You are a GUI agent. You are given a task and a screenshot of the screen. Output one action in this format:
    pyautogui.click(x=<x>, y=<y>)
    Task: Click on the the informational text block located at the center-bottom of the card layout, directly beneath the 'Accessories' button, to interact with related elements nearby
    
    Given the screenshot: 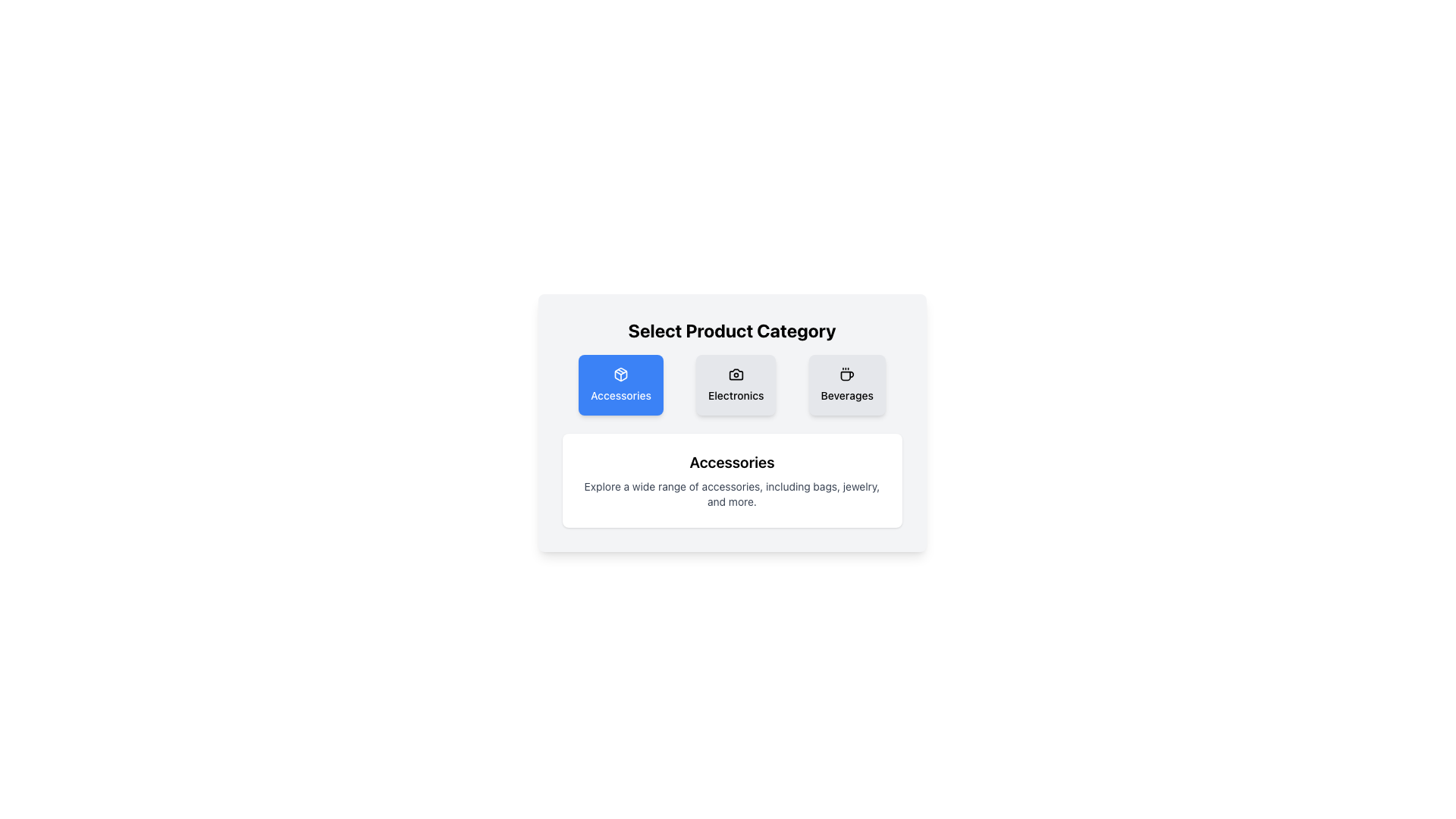 What is the action you would take?
    pyautogui.click(x=732, y=480)
    